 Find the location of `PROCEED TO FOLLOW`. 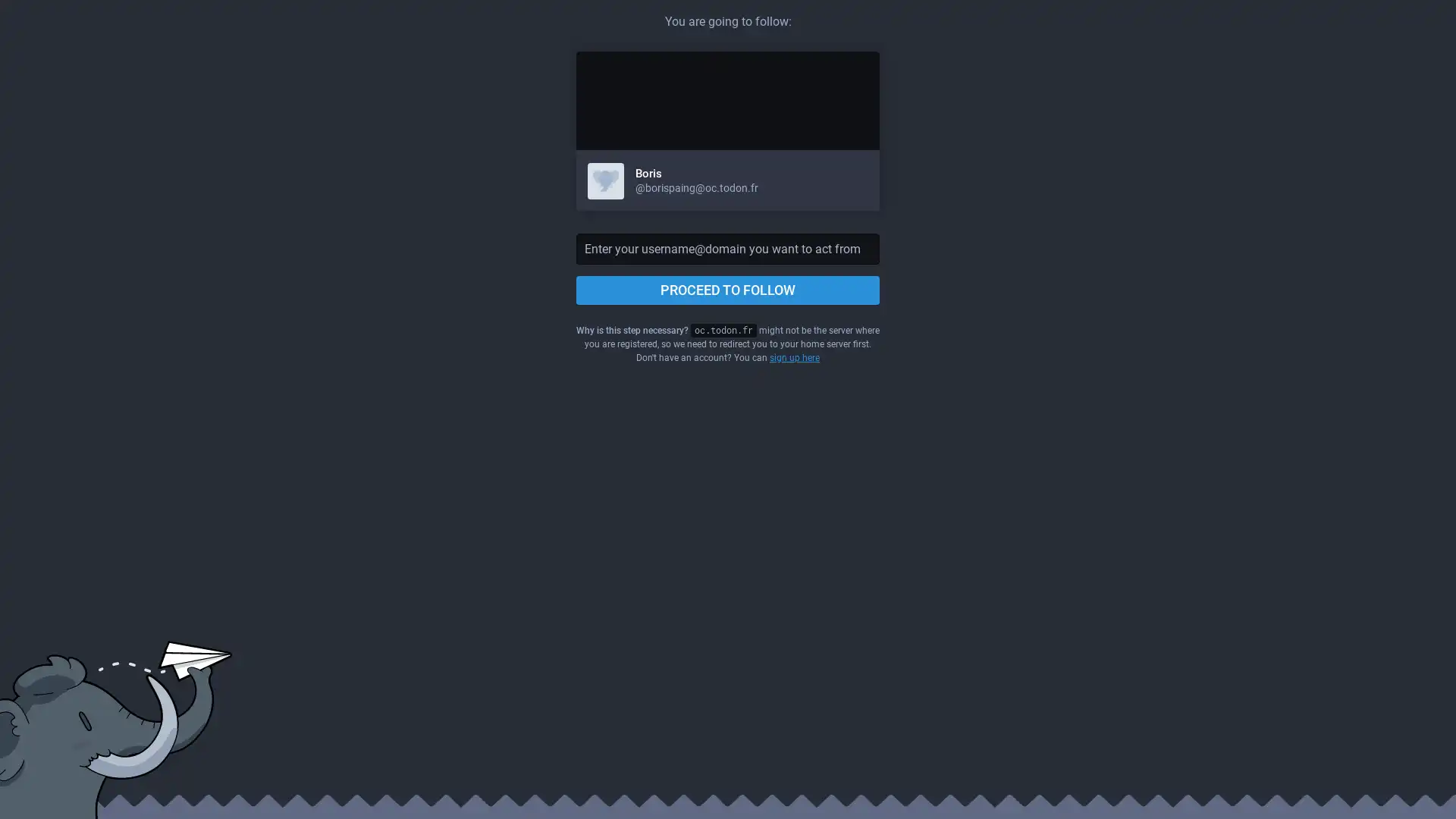

PROCEED TO FOLLOW is located at coordinates (728, 290).